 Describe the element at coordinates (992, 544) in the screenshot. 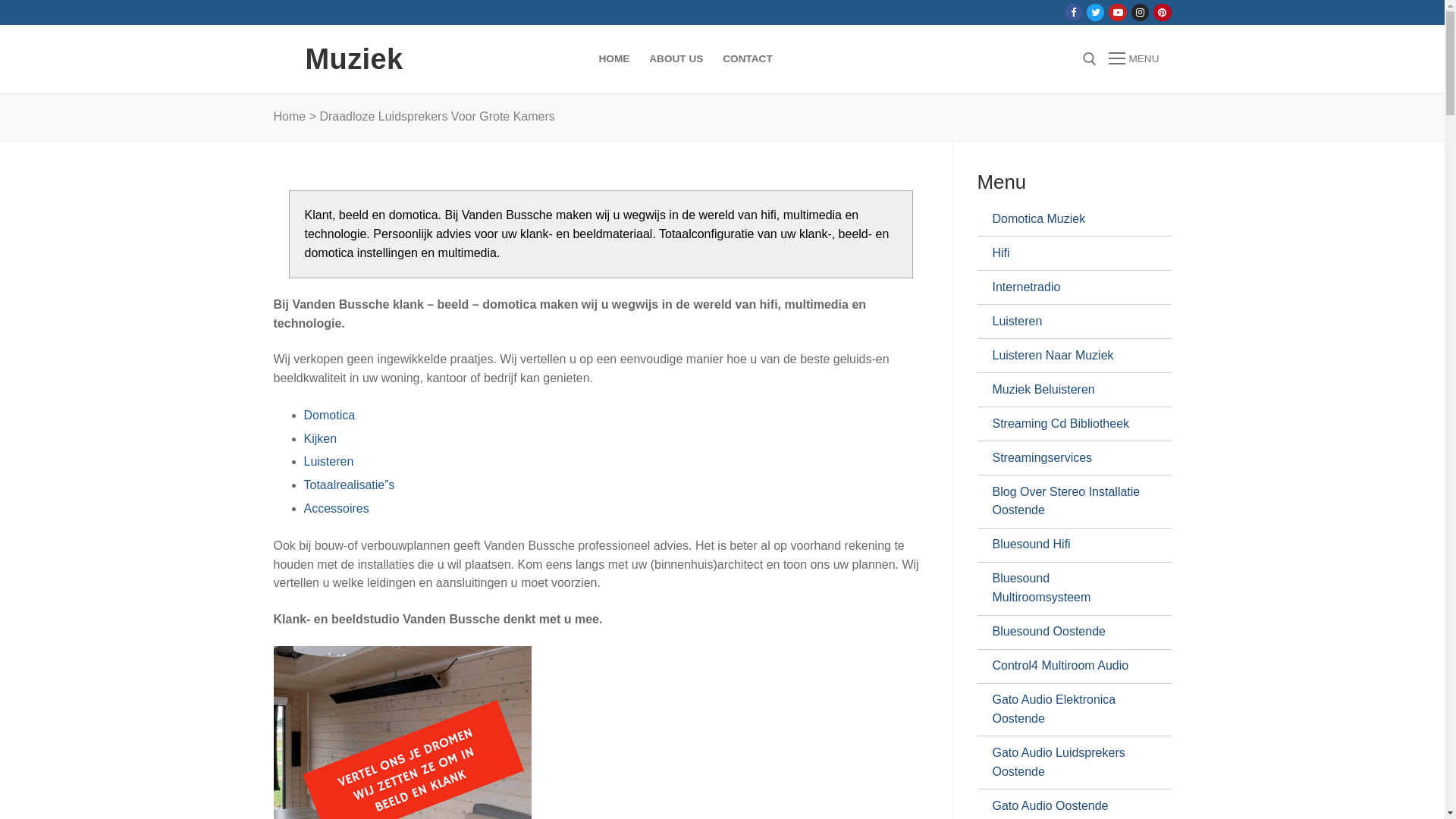

I see `'Bluesound Hifi'` at that location.